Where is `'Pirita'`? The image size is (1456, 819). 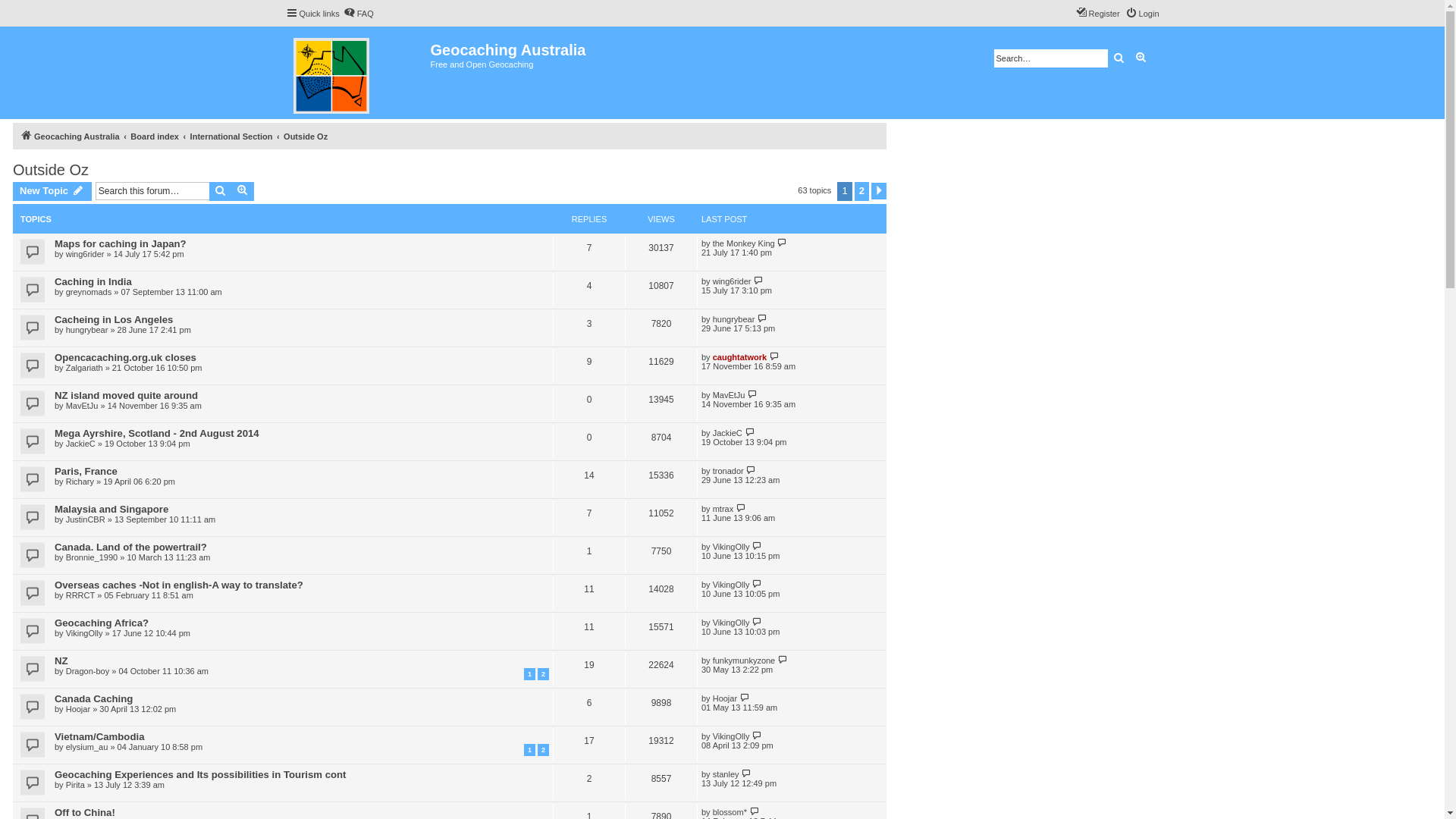 'Pirita' is located at coordinates (74, 784).